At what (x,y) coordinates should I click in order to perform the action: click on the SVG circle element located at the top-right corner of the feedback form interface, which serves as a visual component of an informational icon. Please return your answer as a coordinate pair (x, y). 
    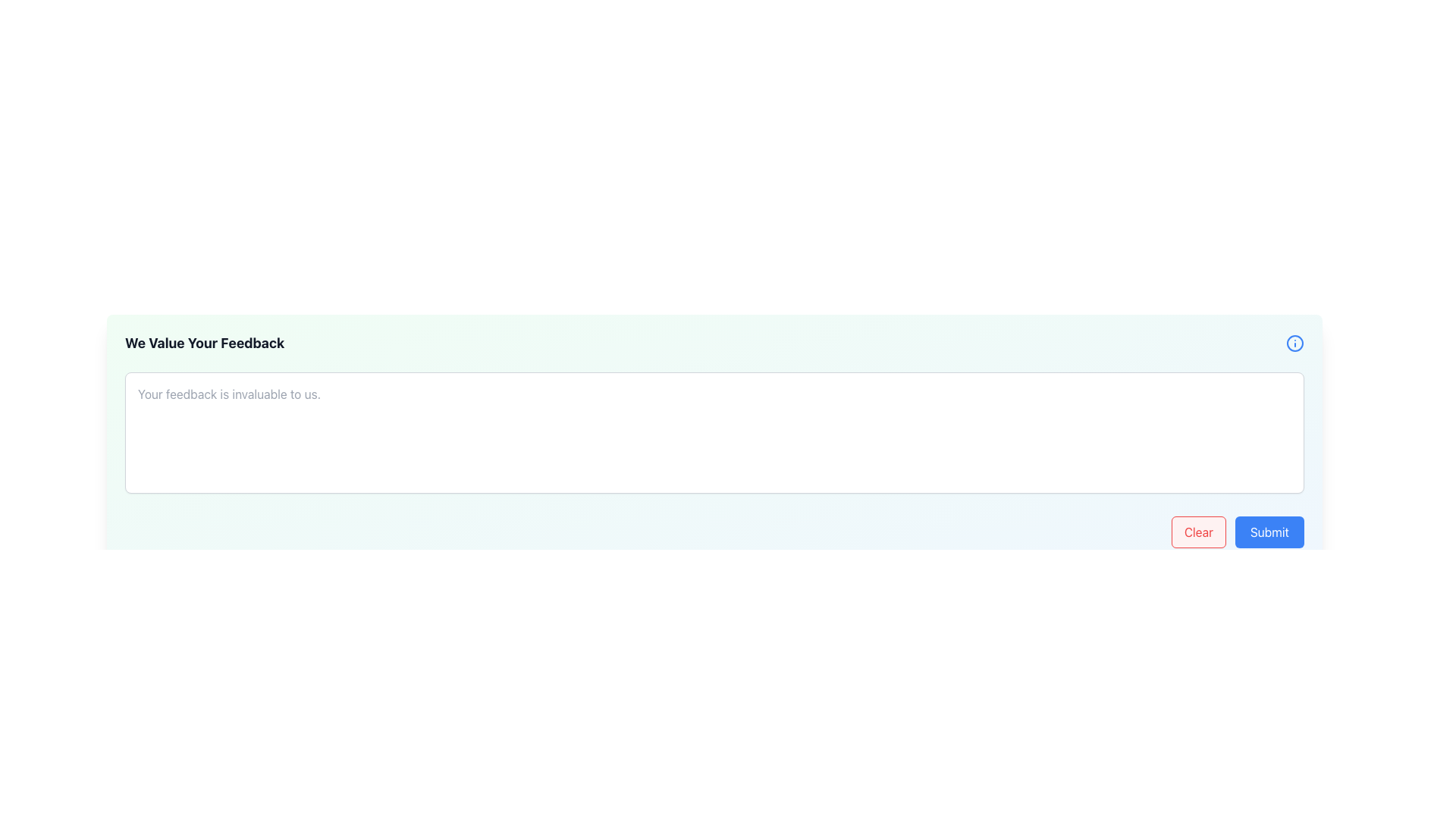
    Looking at the image, I should click on (1294, 343).